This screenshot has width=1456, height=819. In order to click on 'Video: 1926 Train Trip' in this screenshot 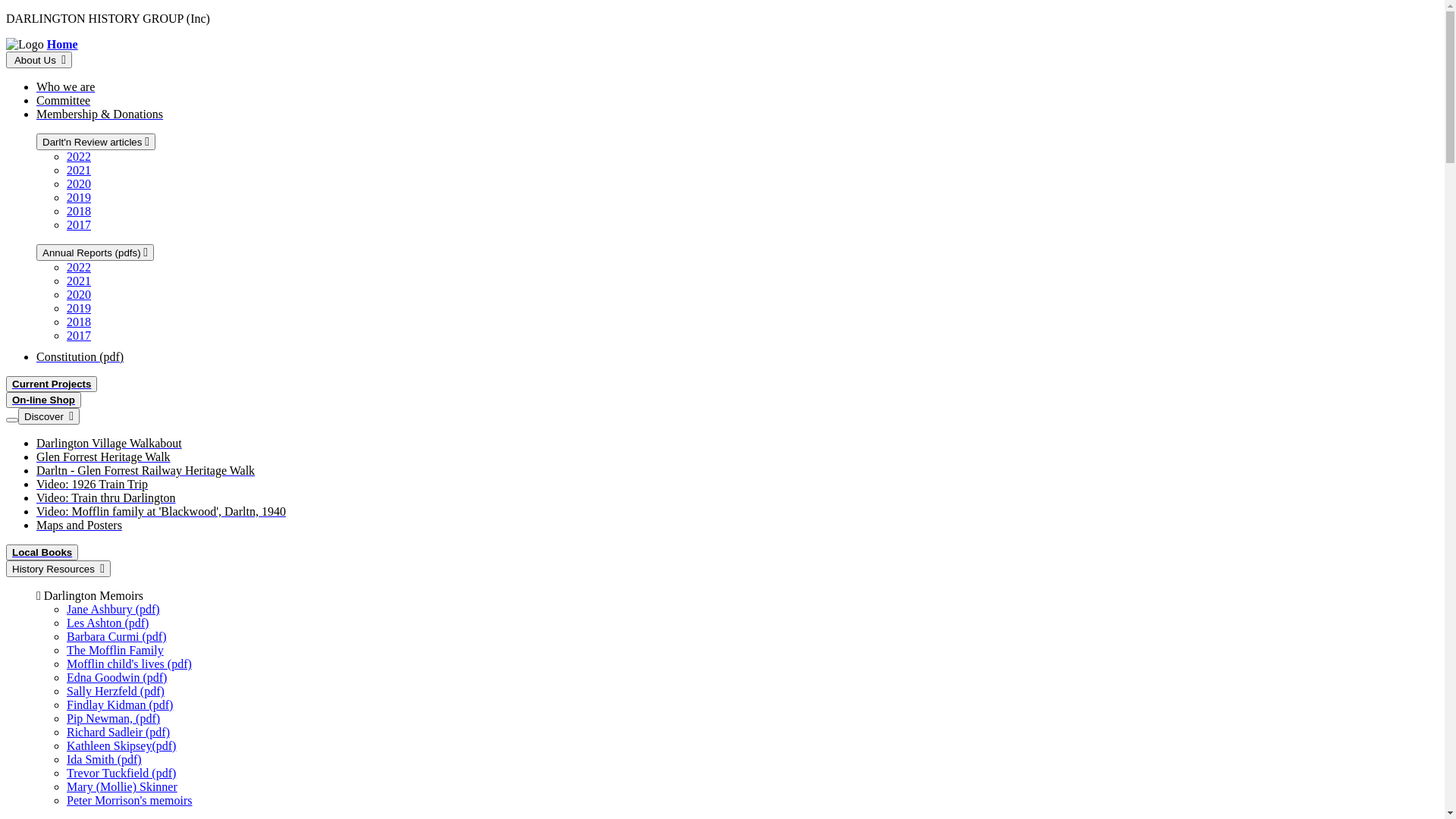, I will do `click(91, 484)`.